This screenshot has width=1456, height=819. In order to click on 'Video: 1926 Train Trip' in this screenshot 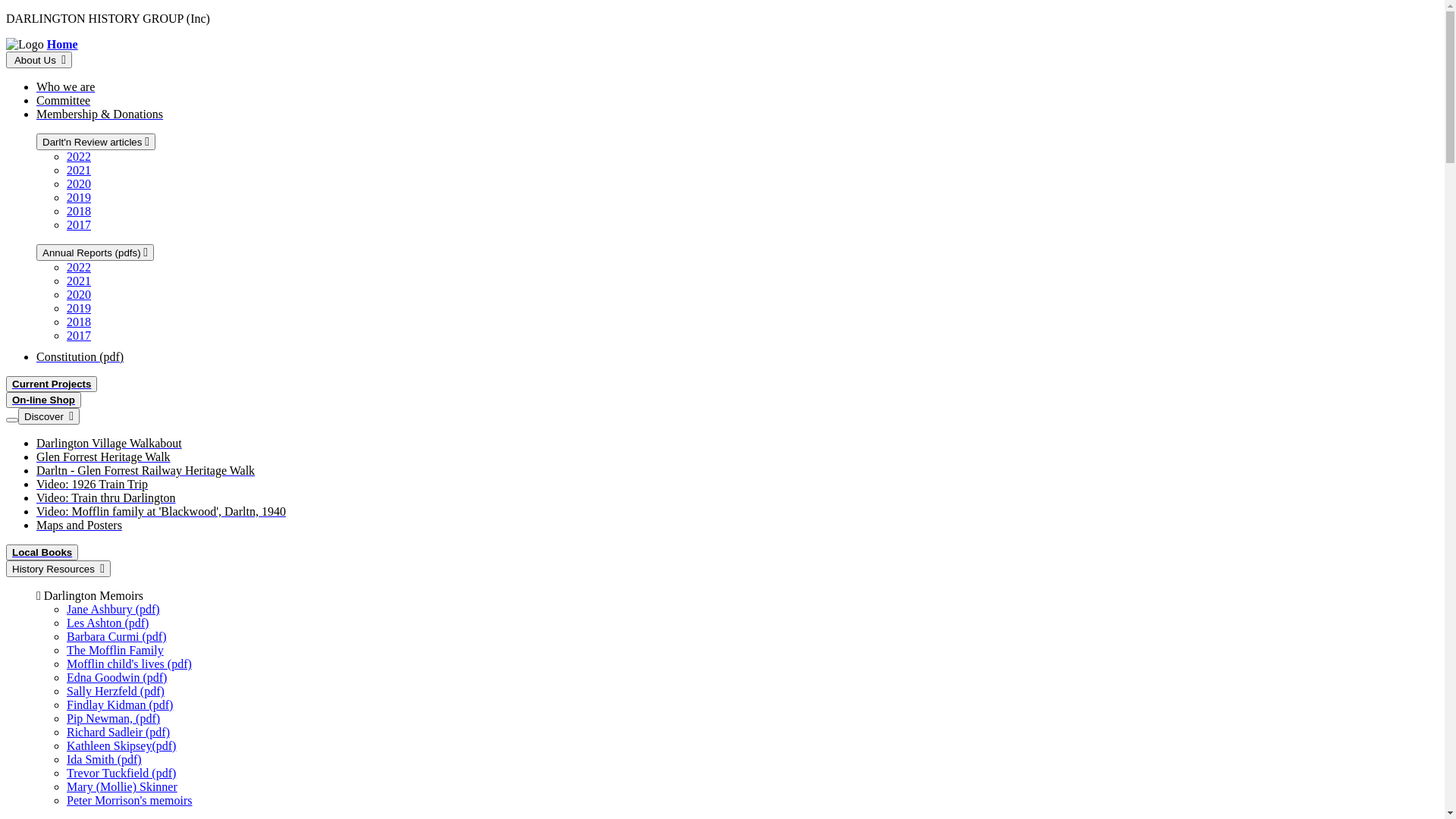, I will do `click(91, 484)`.